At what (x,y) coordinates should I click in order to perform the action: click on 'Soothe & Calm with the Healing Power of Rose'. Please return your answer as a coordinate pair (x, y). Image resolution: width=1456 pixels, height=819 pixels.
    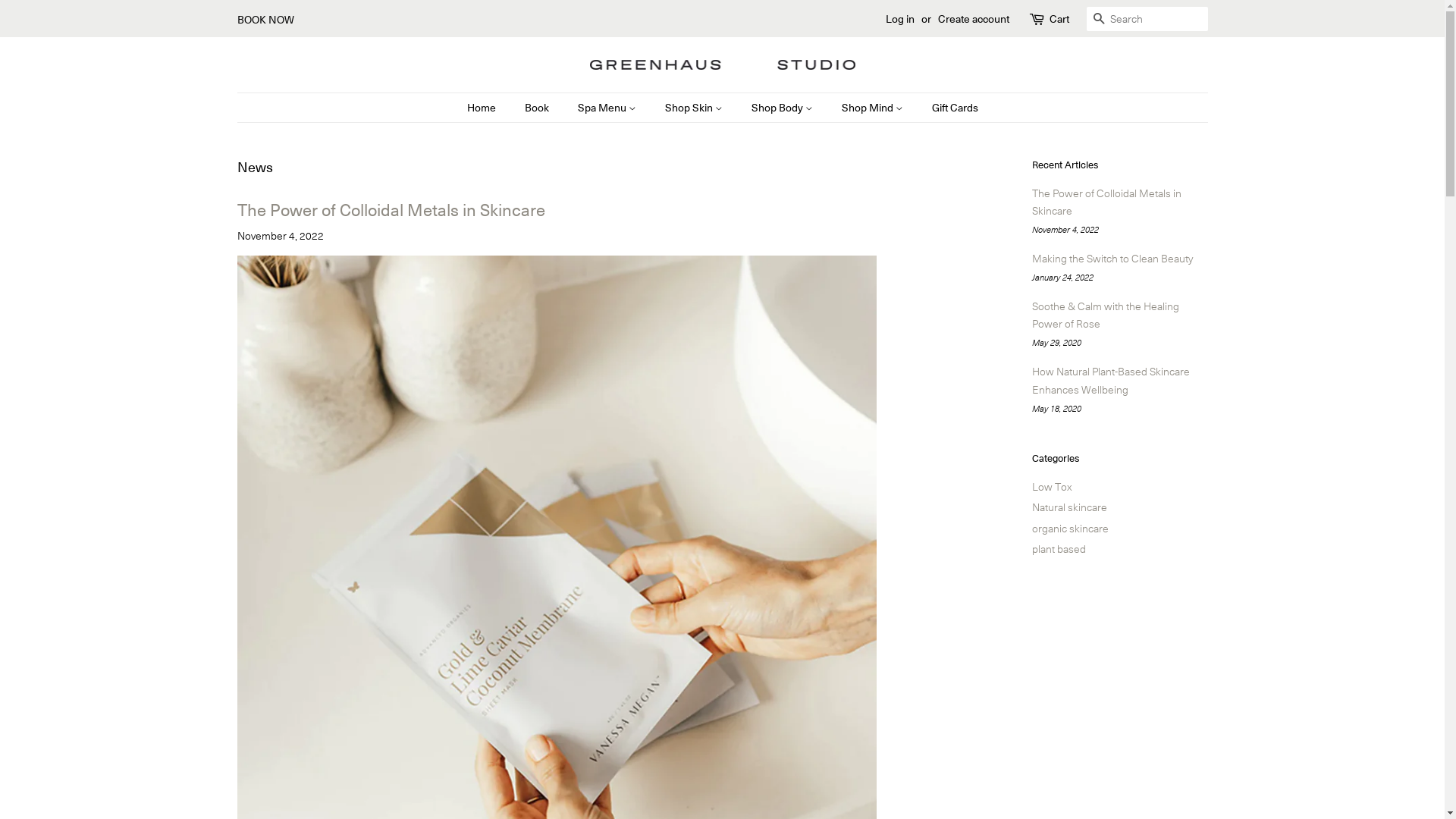
    Looking at the image, I should click on (1105, 314).